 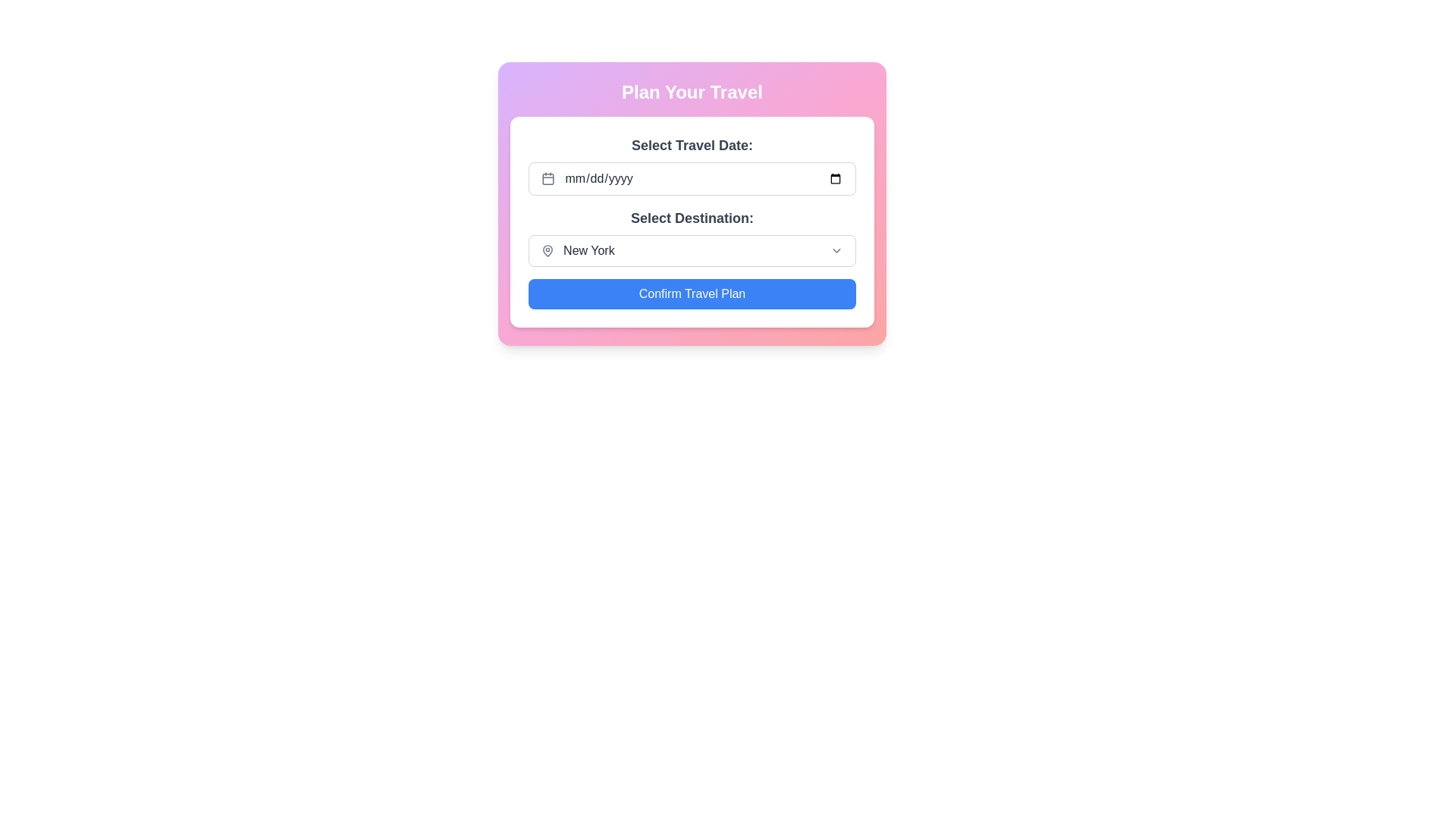 I want to click on the calendar icon component, which is a rectangular shape with rounded corners, located to the left of the 'mm/dd/yyyy' text input field under the 'Select Travel Date:' label, so click(x=548, y=178).